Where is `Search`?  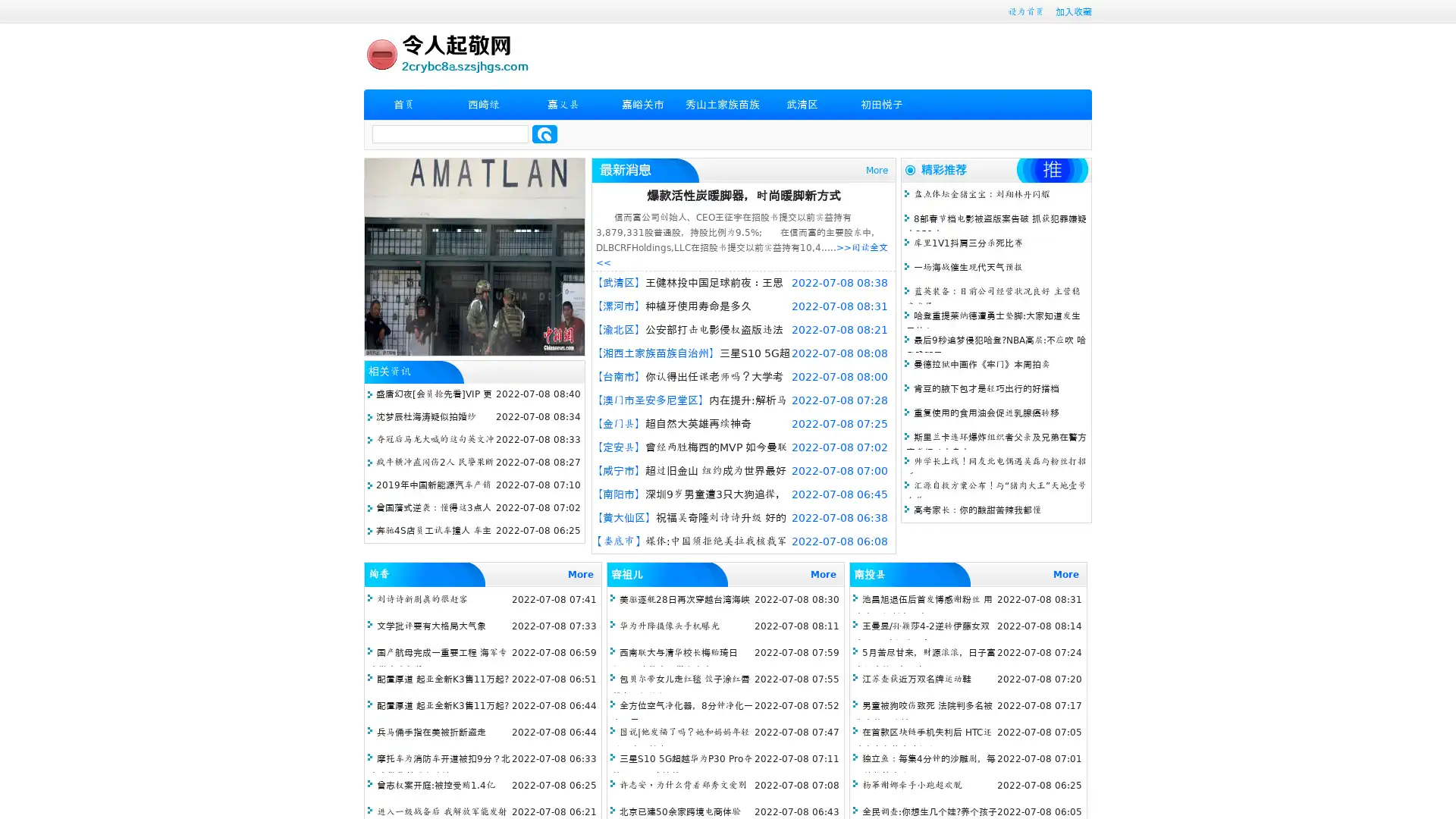
Search is located at coordinates (544, 133).